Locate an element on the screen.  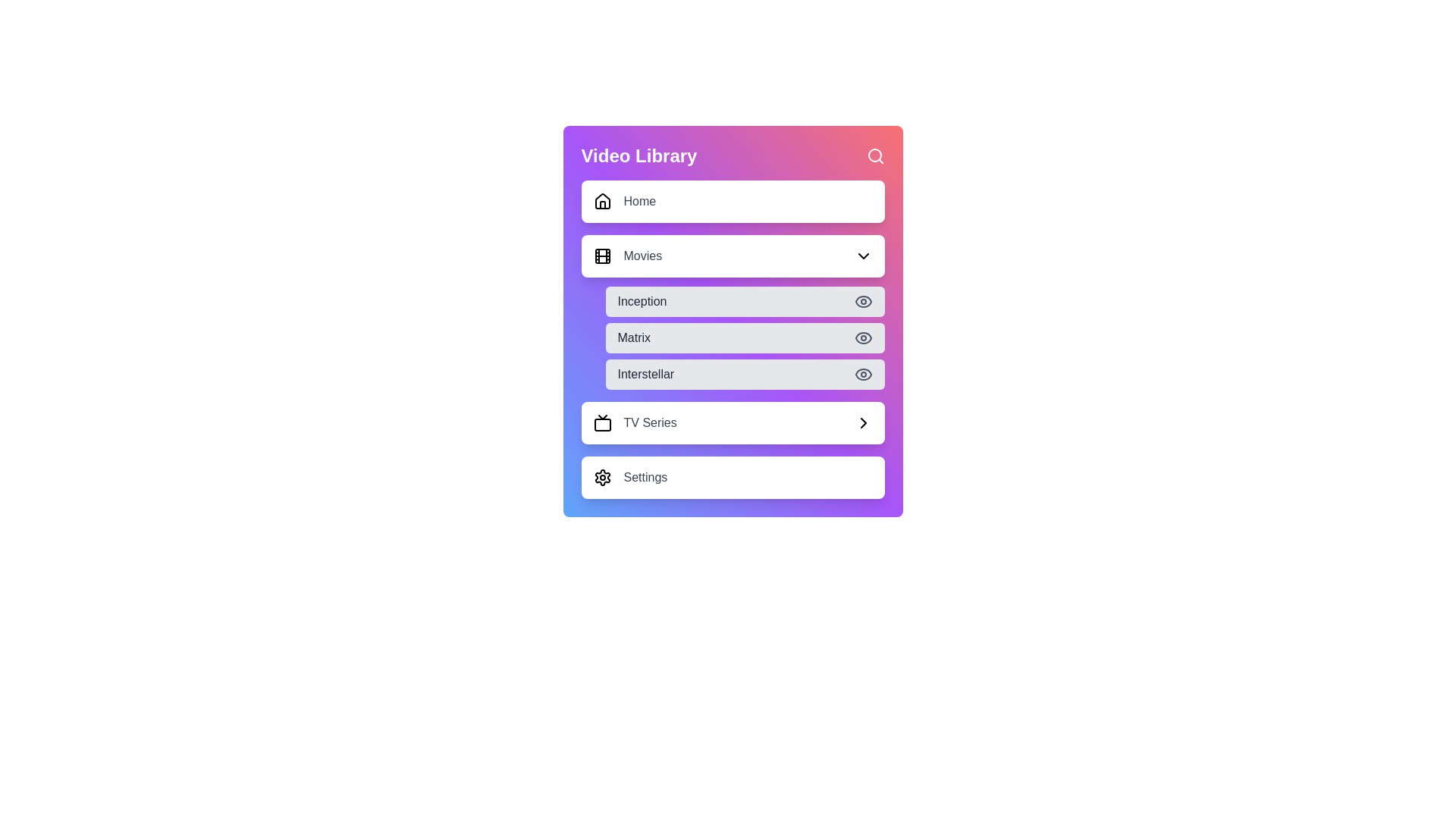
the movie film frame icon located to the left of the 'Movies' text in the 'Video Library' interface is located at coordinates (601, 256).